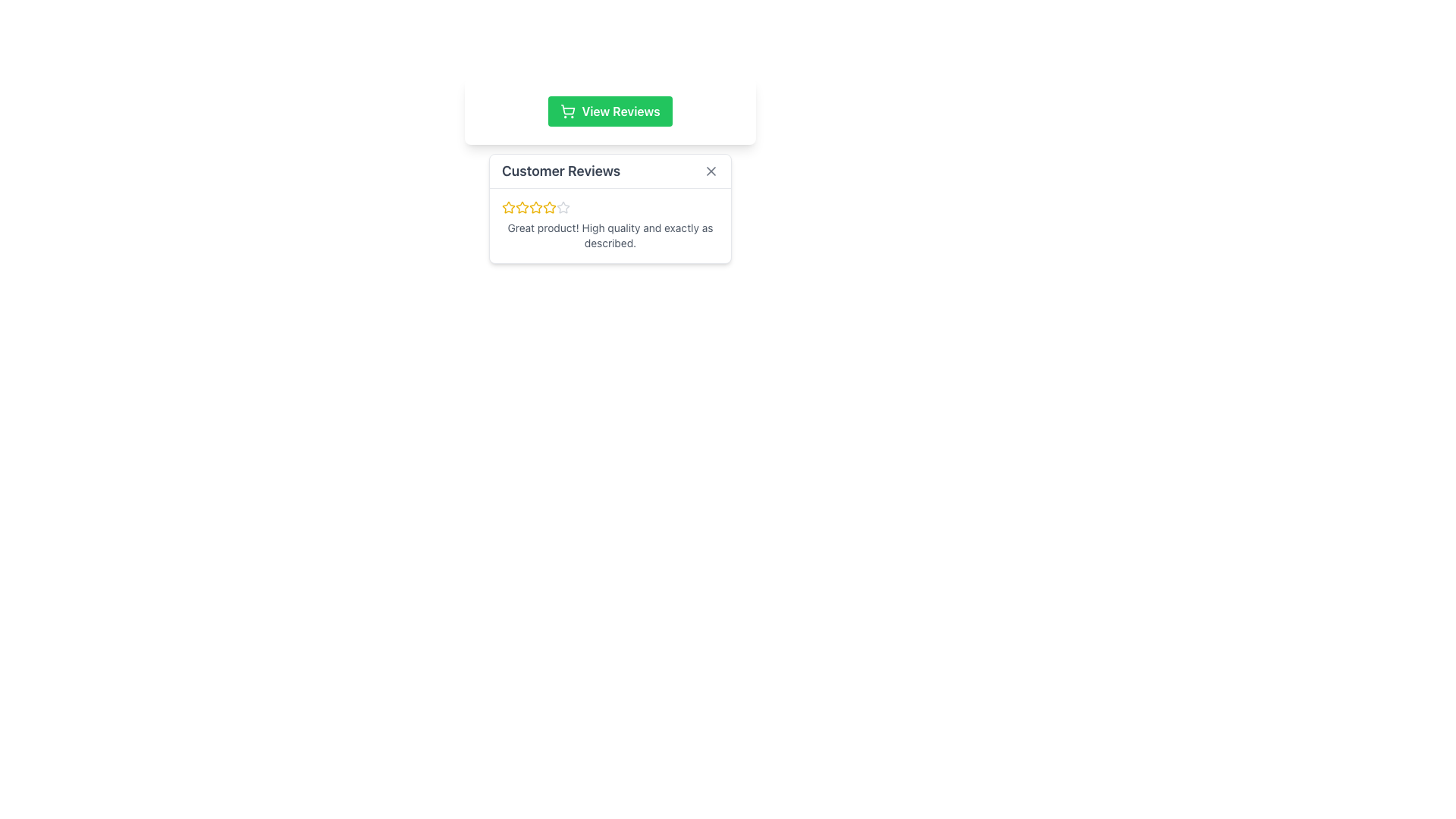  Describe the element at coordinates (710, 171) in the screenshot. I see `the close button located in the top-right corner of the customer review panel` at that location.